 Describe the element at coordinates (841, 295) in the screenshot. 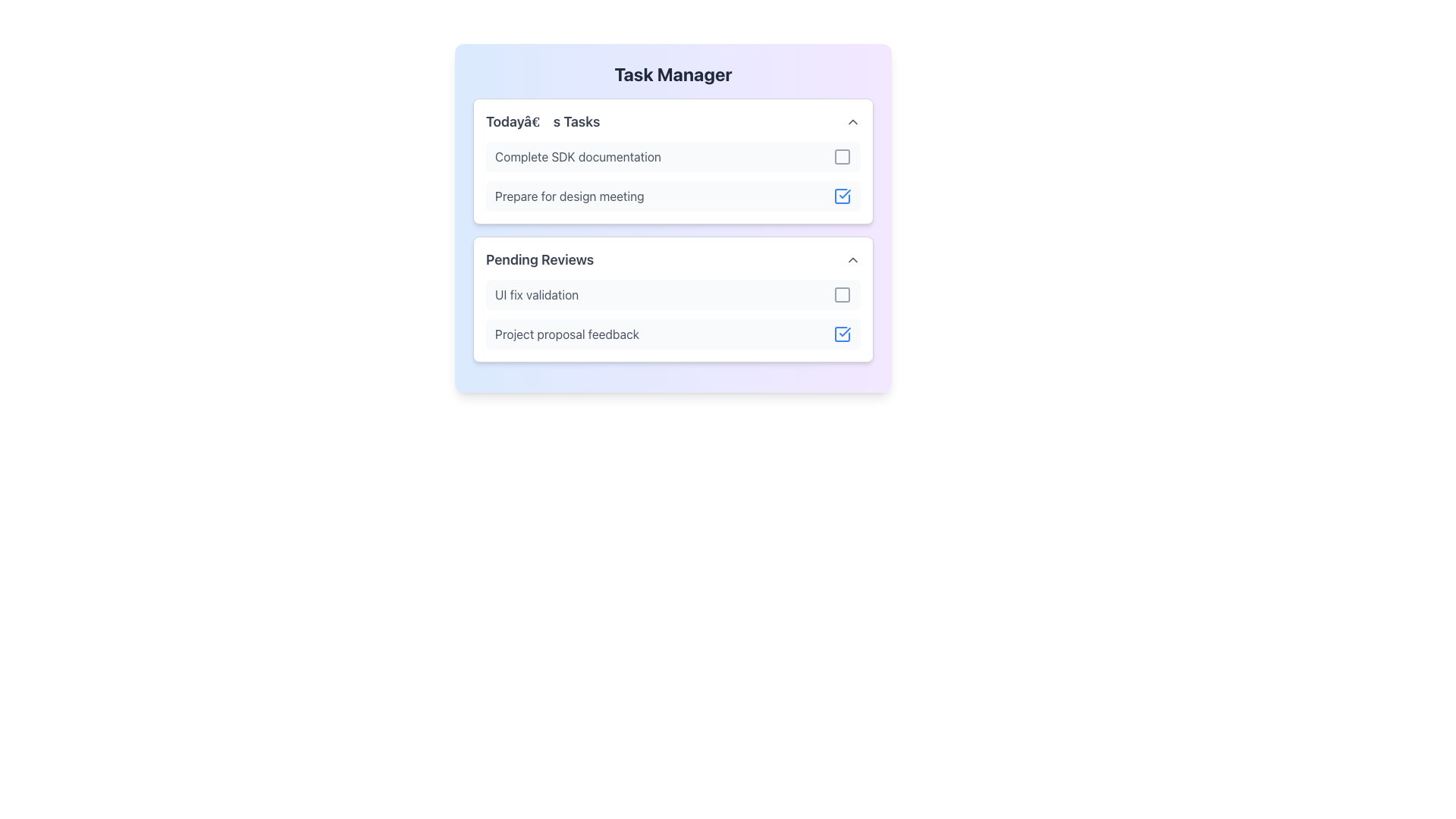

I see `the small square-shaped light gray icon located at the right end of the 'UI fix validation' row in the 'Pending Reviews' section` at that location.